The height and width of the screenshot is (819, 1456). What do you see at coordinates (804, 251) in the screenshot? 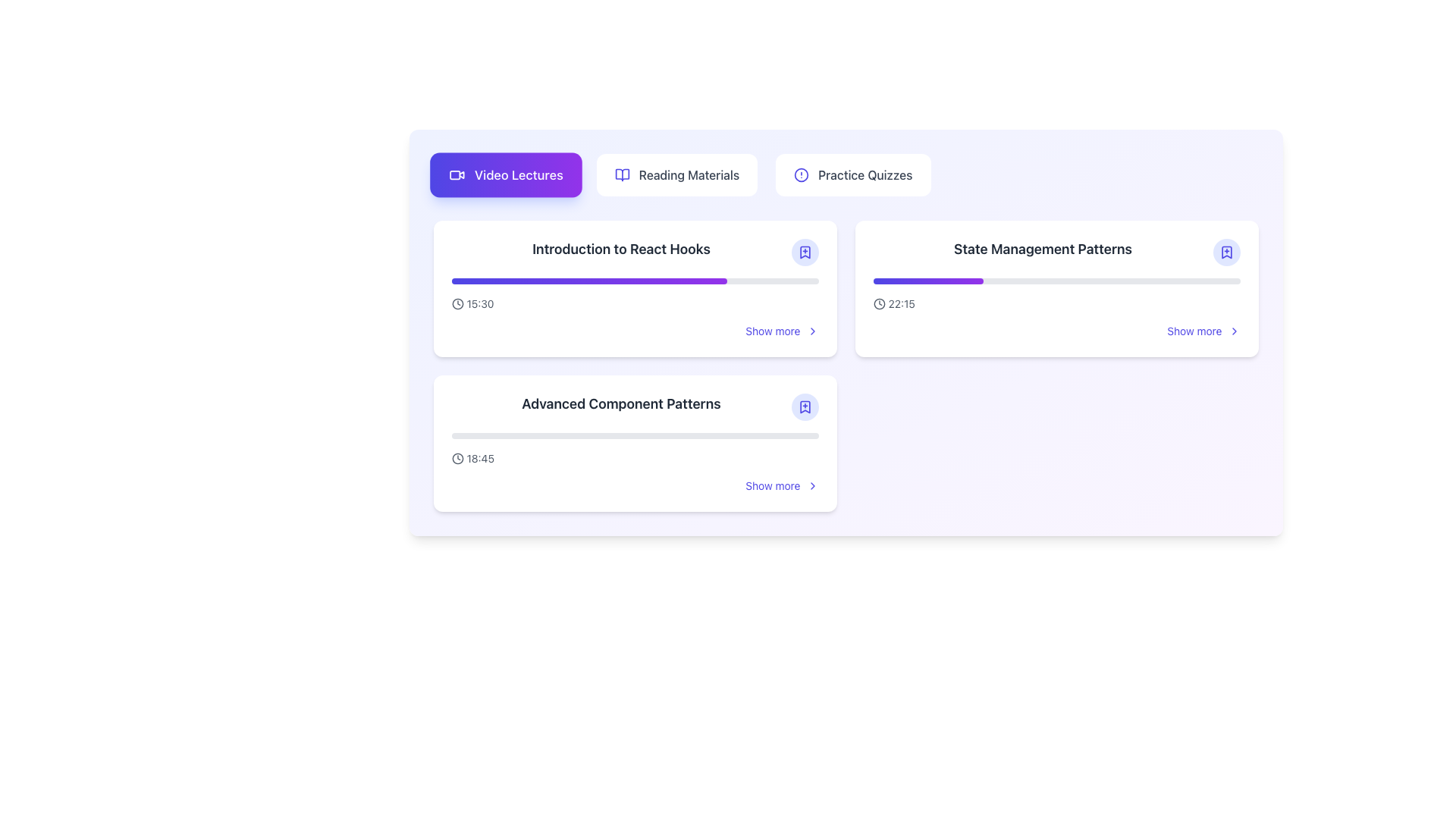
I see `the circular button with a light purple background and a bookmark-plus icon next to the title 'Introduction to React Hooks'` at bounding box center [804, 251].